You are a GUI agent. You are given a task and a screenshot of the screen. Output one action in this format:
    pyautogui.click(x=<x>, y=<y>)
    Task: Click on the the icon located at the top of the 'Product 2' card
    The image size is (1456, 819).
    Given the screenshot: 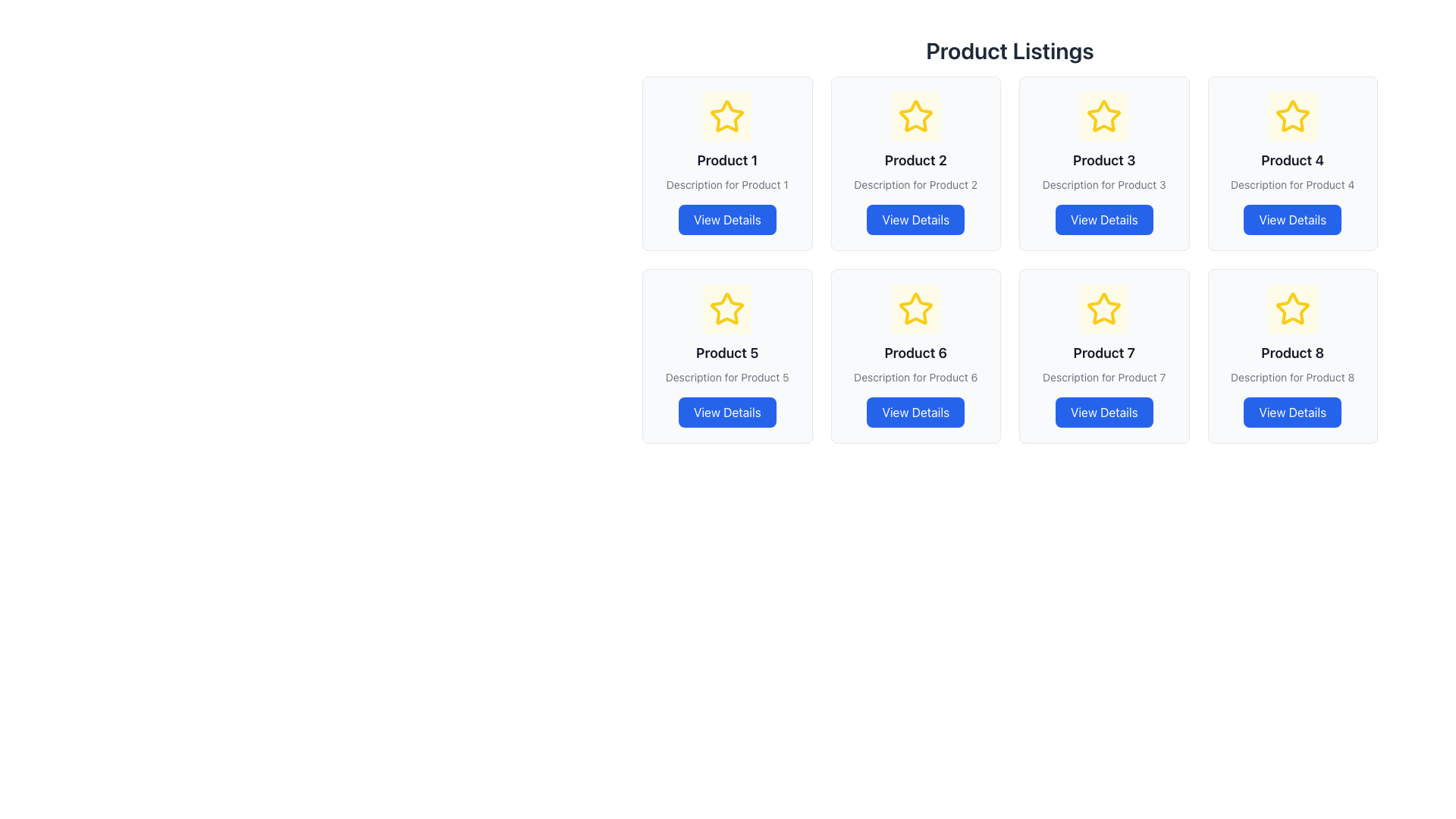 What is the action you would take?
    pyautogui.click(x=915, y=116)
    